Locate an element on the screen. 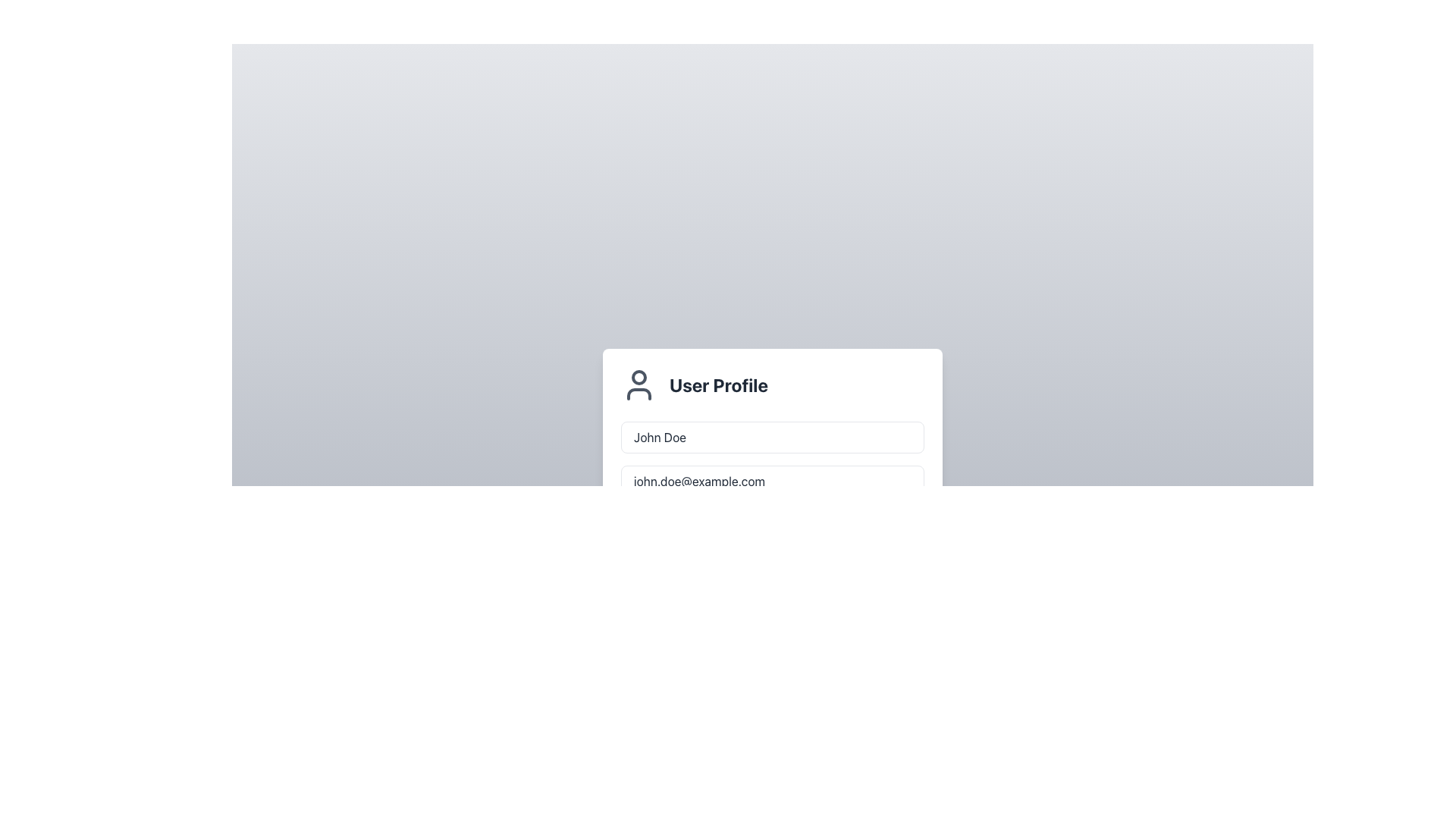  the small circular SVG element located at the center-top of the user profile icon, which represents the head within the design is located at coordinates (639, 376).